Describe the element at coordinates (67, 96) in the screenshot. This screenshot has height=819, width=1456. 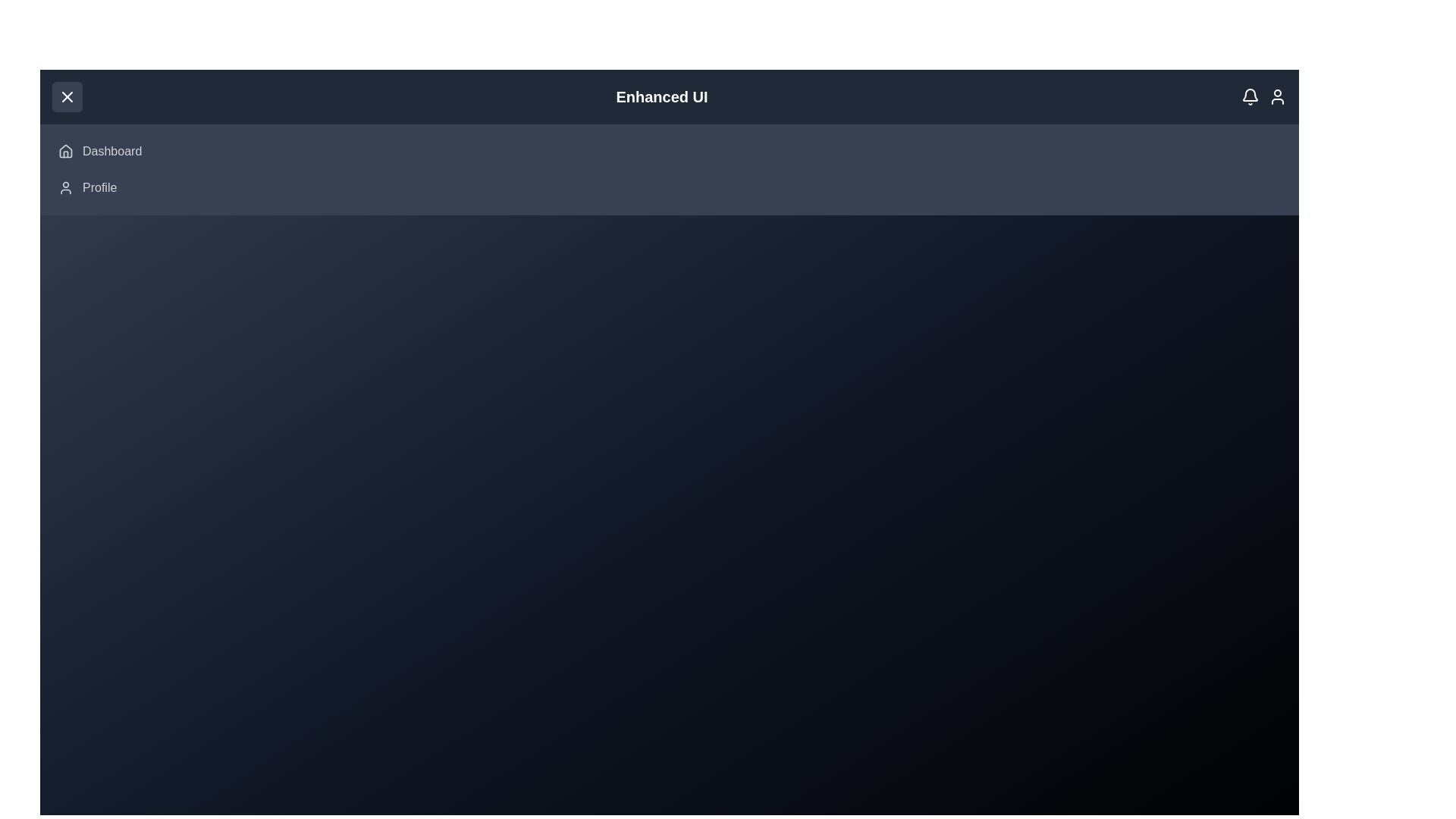
I see `the menu button to toggle the menu visibility` at that location.